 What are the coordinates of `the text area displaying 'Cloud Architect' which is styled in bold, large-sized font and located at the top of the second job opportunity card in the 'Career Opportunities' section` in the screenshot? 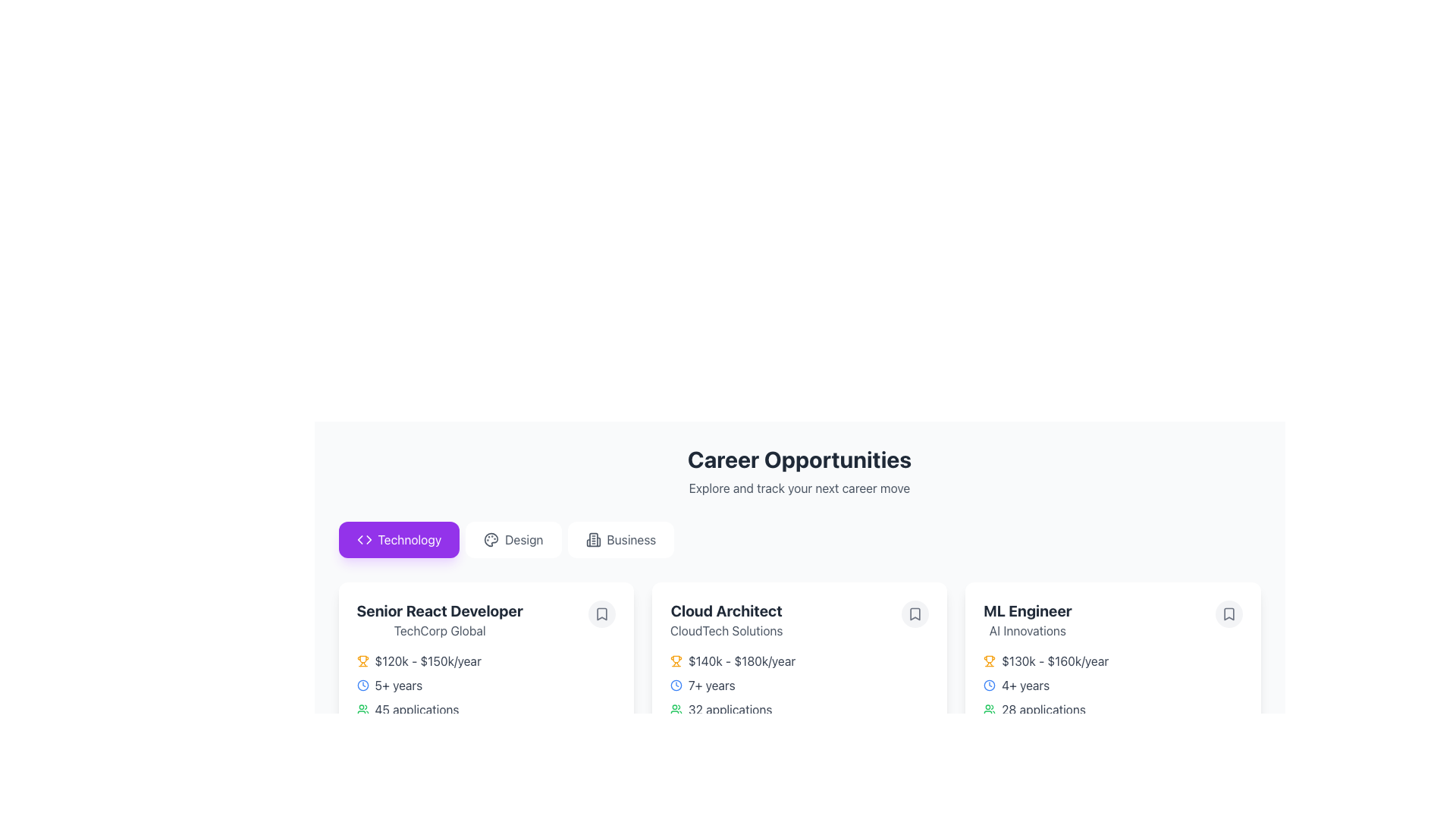 It's located at (726, 610).